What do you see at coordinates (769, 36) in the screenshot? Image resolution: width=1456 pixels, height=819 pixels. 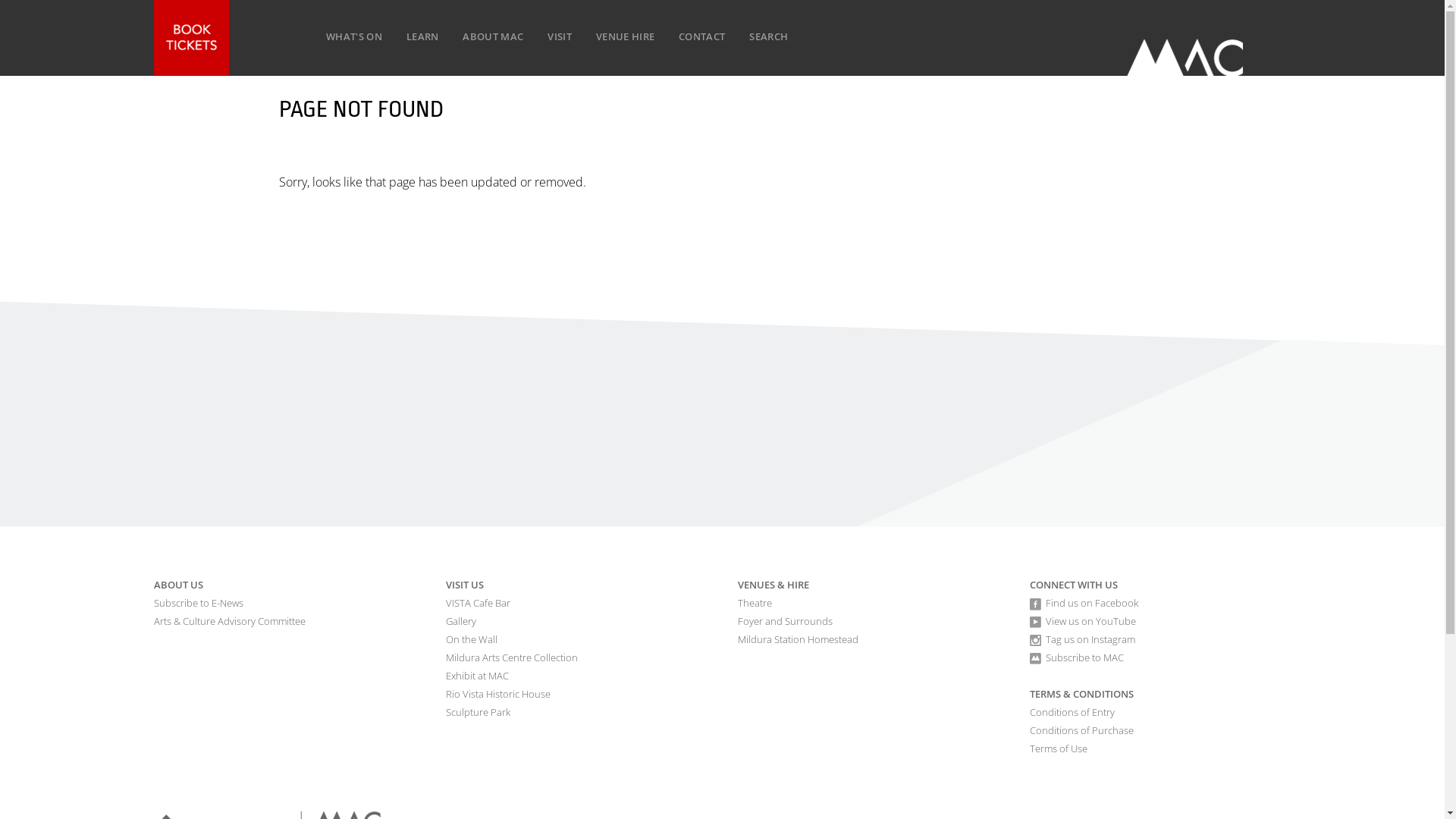 I see `'SEARCH'` at bounding box center [769, 36].